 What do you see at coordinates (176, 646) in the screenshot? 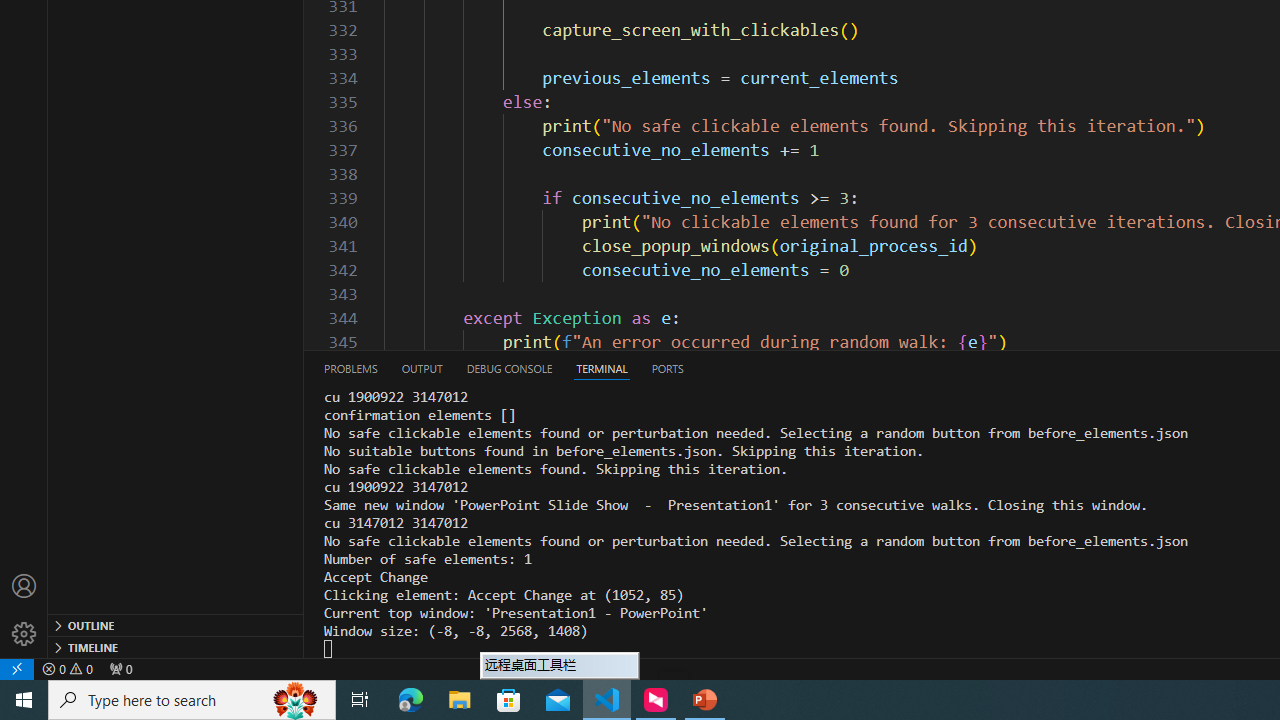
I see `'Timeline Section'` at bounding box center [176, 646].